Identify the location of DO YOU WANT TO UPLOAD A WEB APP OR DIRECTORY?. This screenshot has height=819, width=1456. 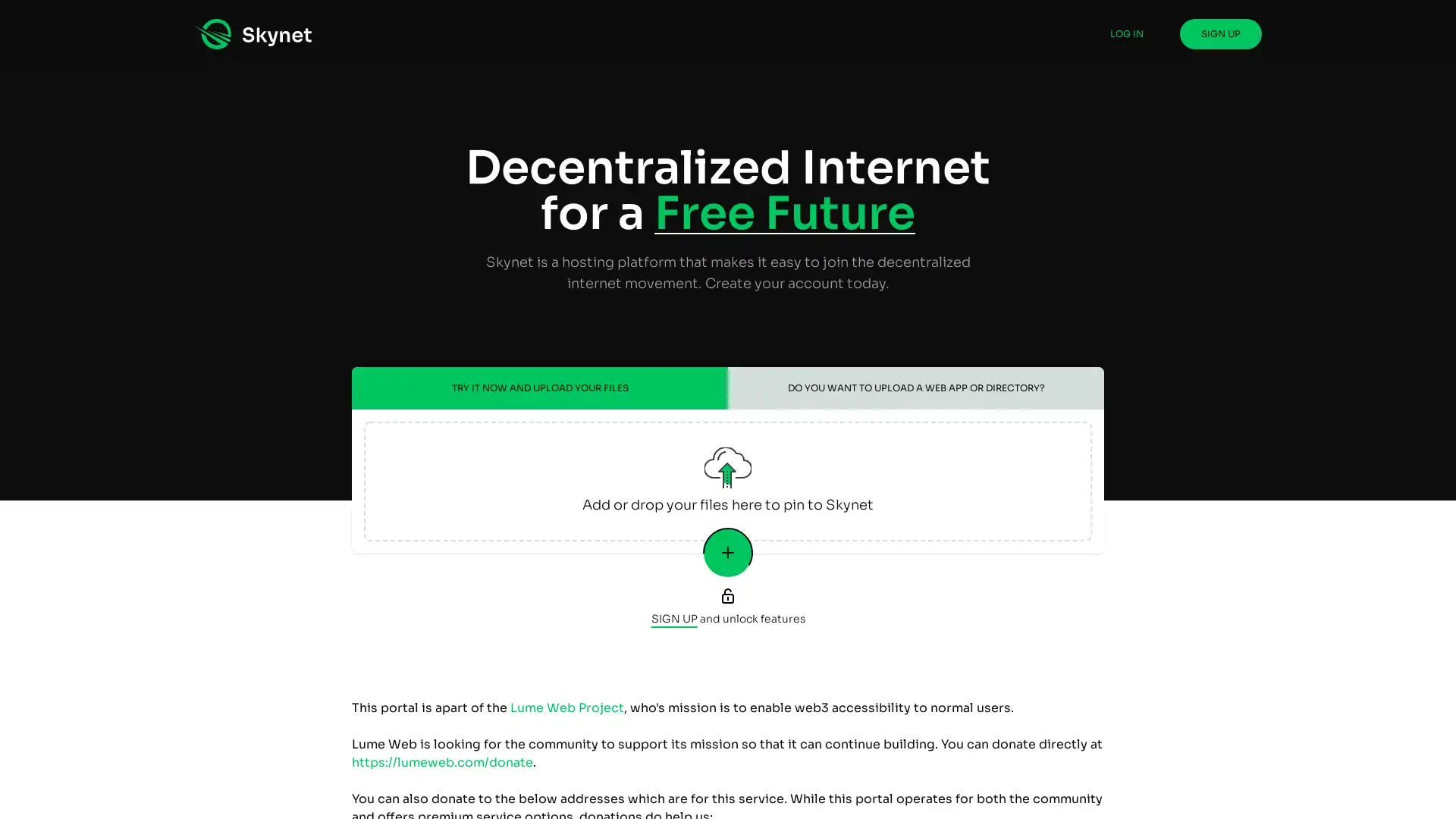
(915, 388).